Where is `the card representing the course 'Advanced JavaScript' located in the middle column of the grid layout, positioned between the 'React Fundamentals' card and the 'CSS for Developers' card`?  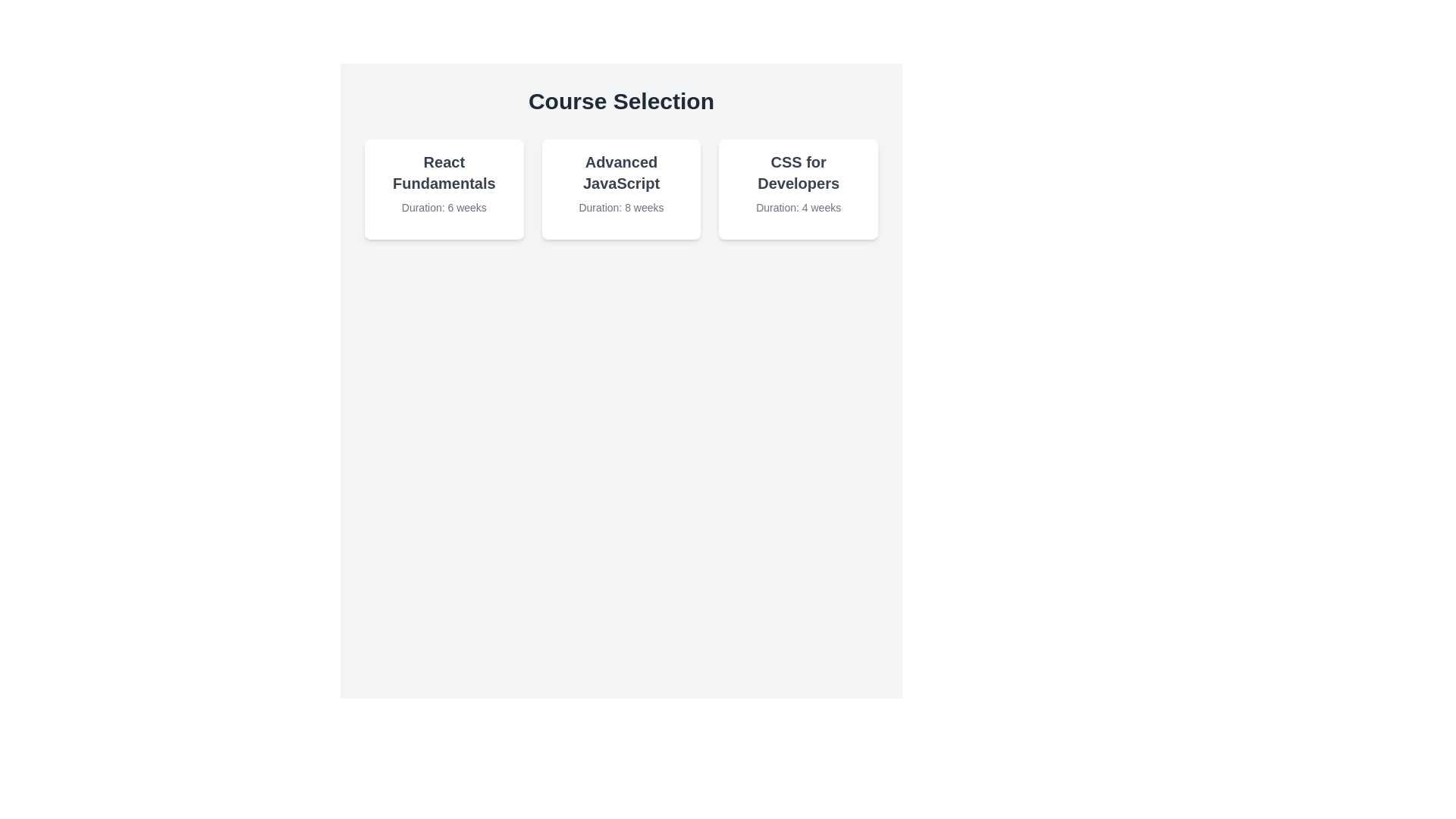 the card representing the course 'Advanced JavaScript' located in the middle column of the grid layout, positioned between the 'React Fundamentals' card and the 'CSS for Developers' card is located at coordinates (621, 189).